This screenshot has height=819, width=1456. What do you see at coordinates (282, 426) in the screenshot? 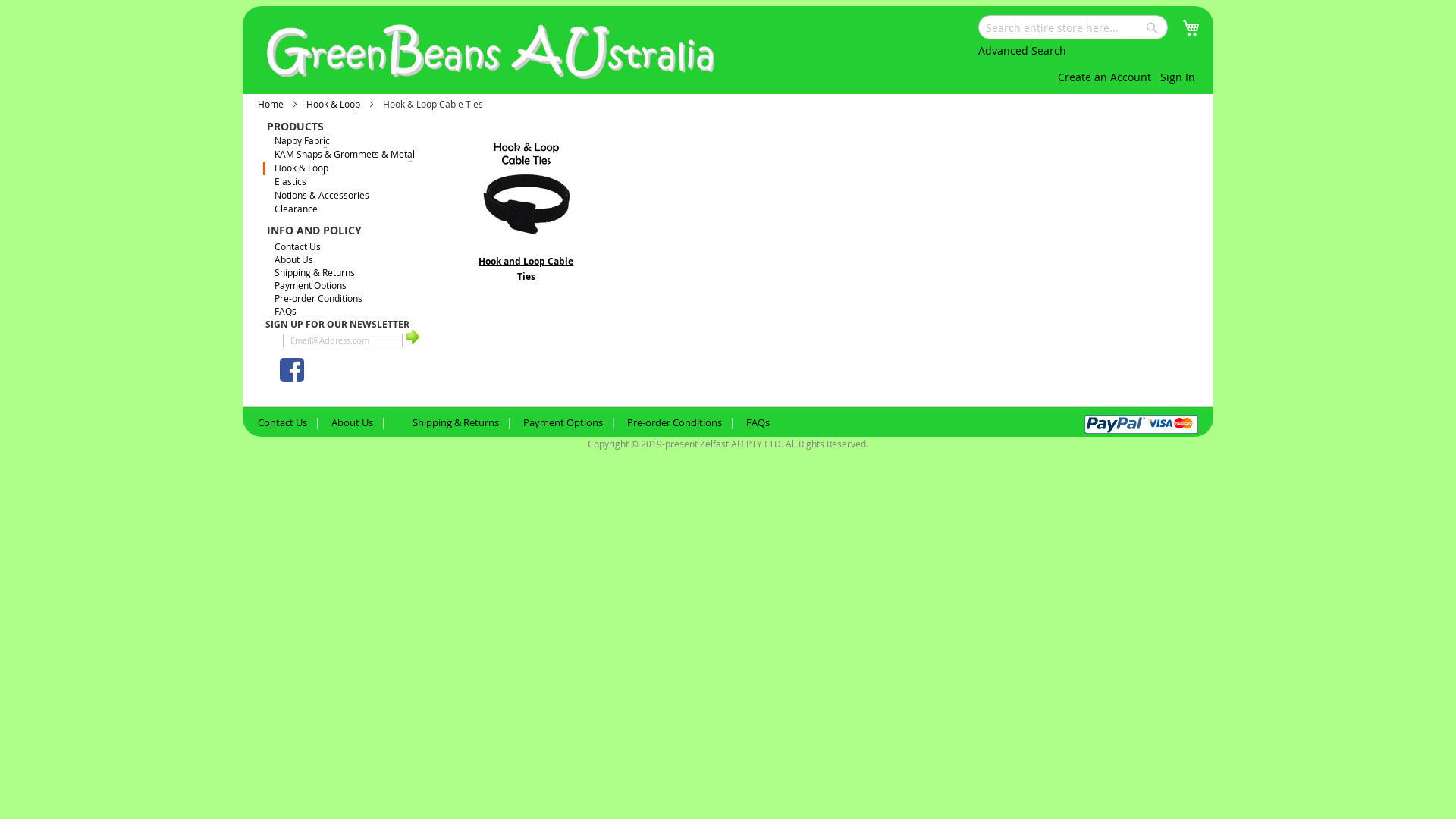
I see `'Contact Us'` at bounding box center [282, 426].